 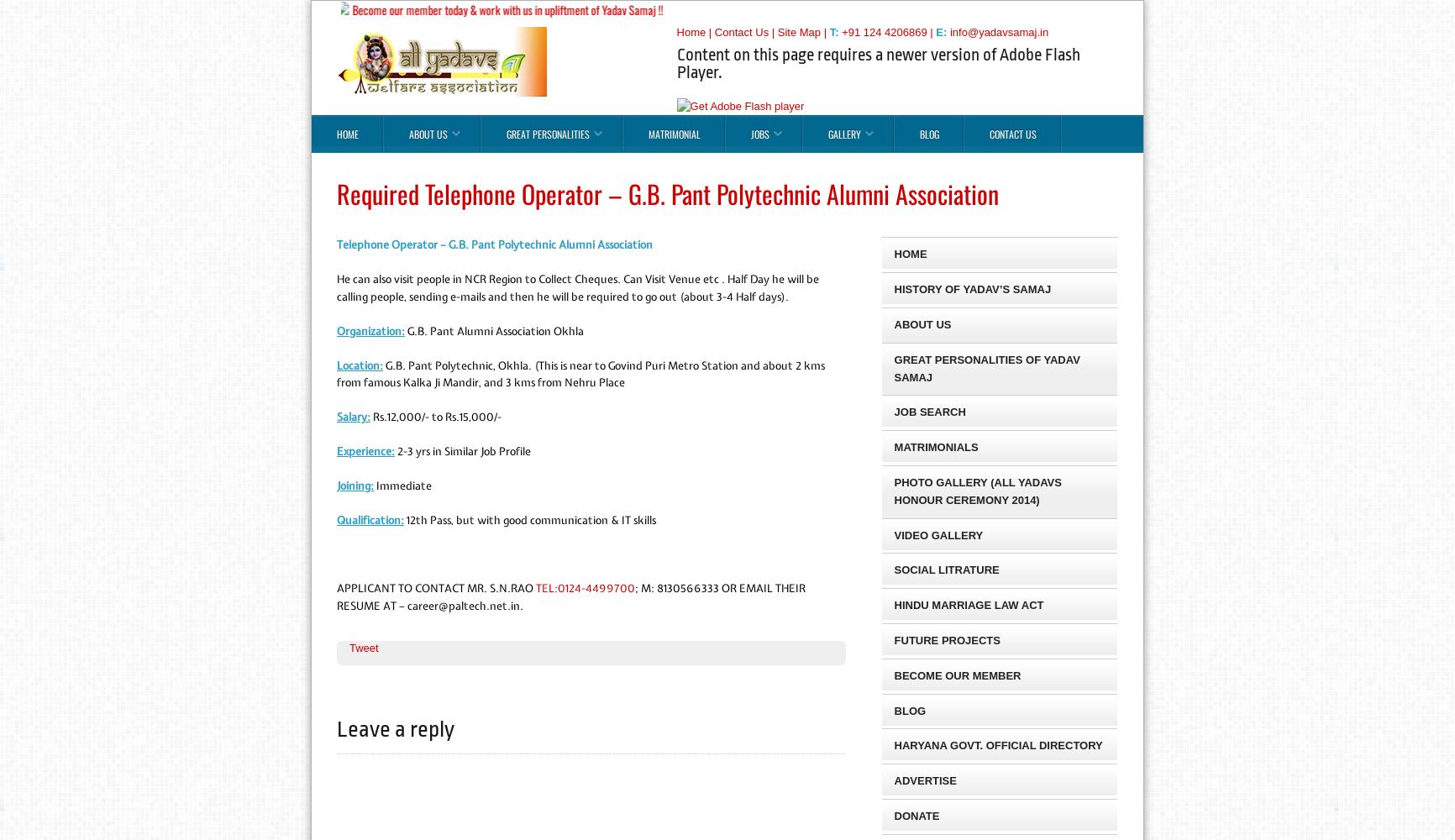 What do you see at coordinates (666, 192) in the screenshot?
I see `'Required Telephone Operator – G.B. Pant Polytechnic Alumni Association'` at bounding box center [666, 192].